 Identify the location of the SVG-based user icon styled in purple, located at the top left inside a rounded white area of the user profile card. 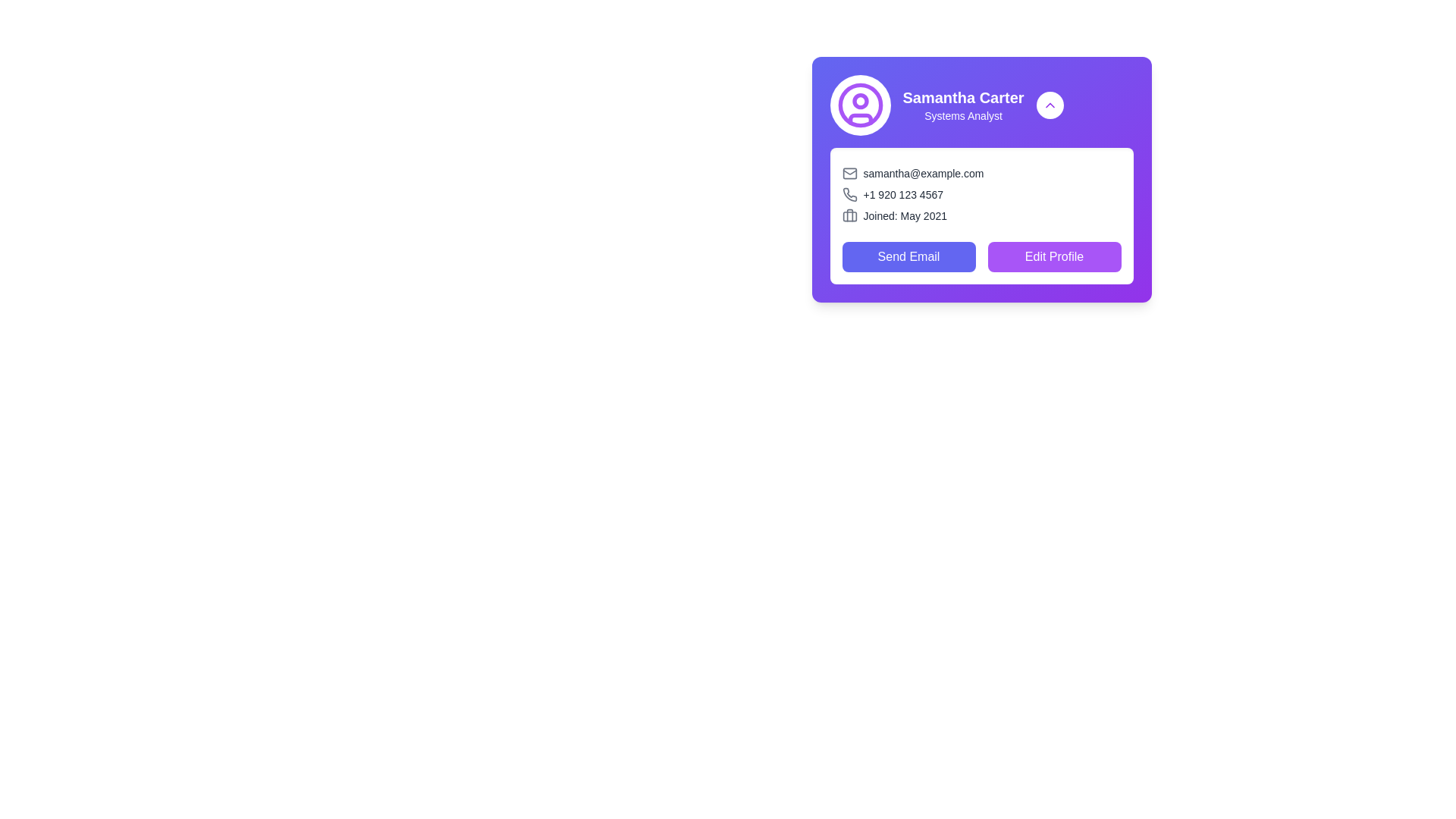
(860, 104).